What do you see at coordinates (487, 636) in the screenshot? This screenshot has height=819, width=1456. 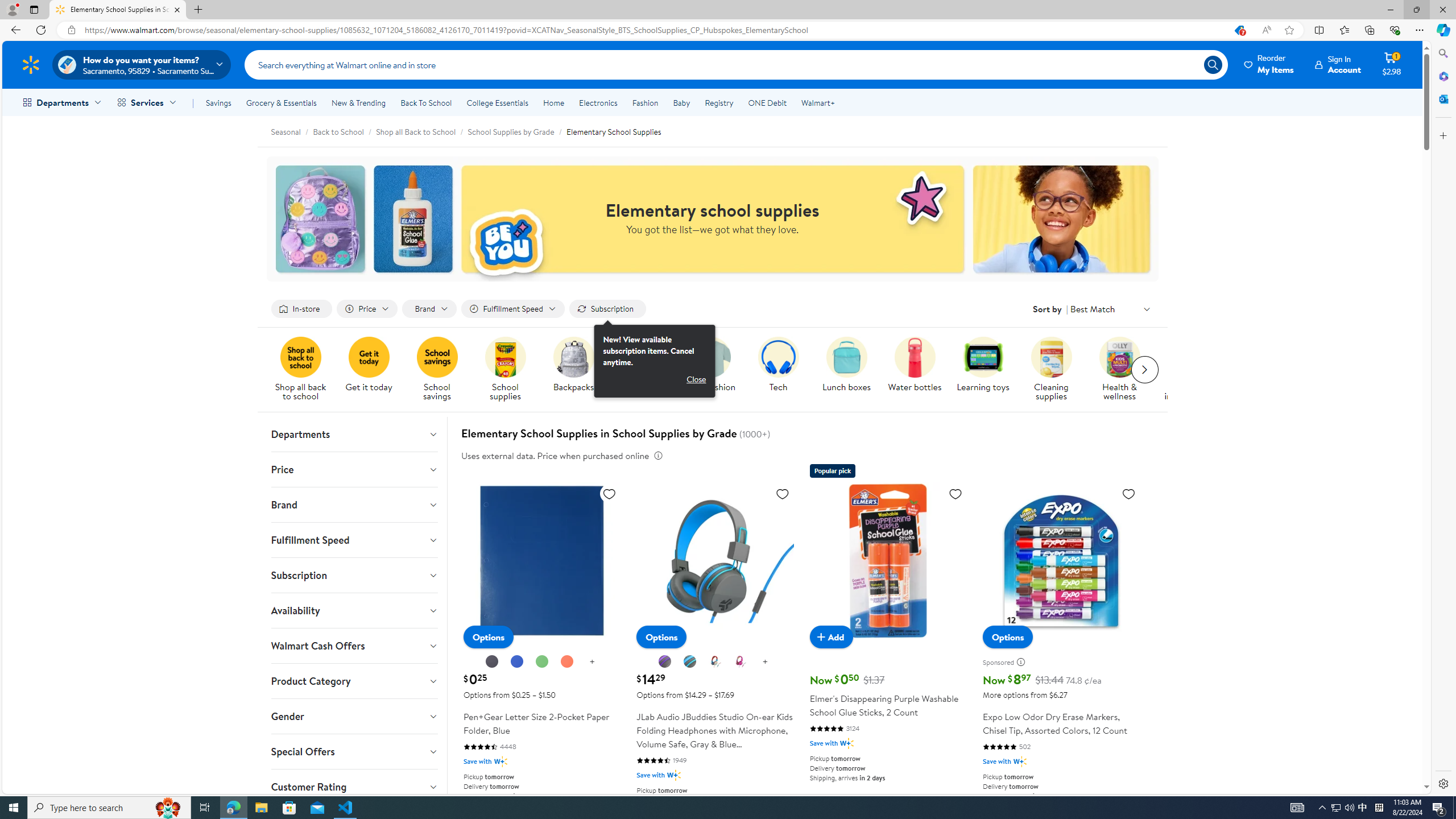 I see `'Options - Pen+Gear Letter Size 2-Pocket Paper Folder, Blue'` at bounding box center [487, 636].